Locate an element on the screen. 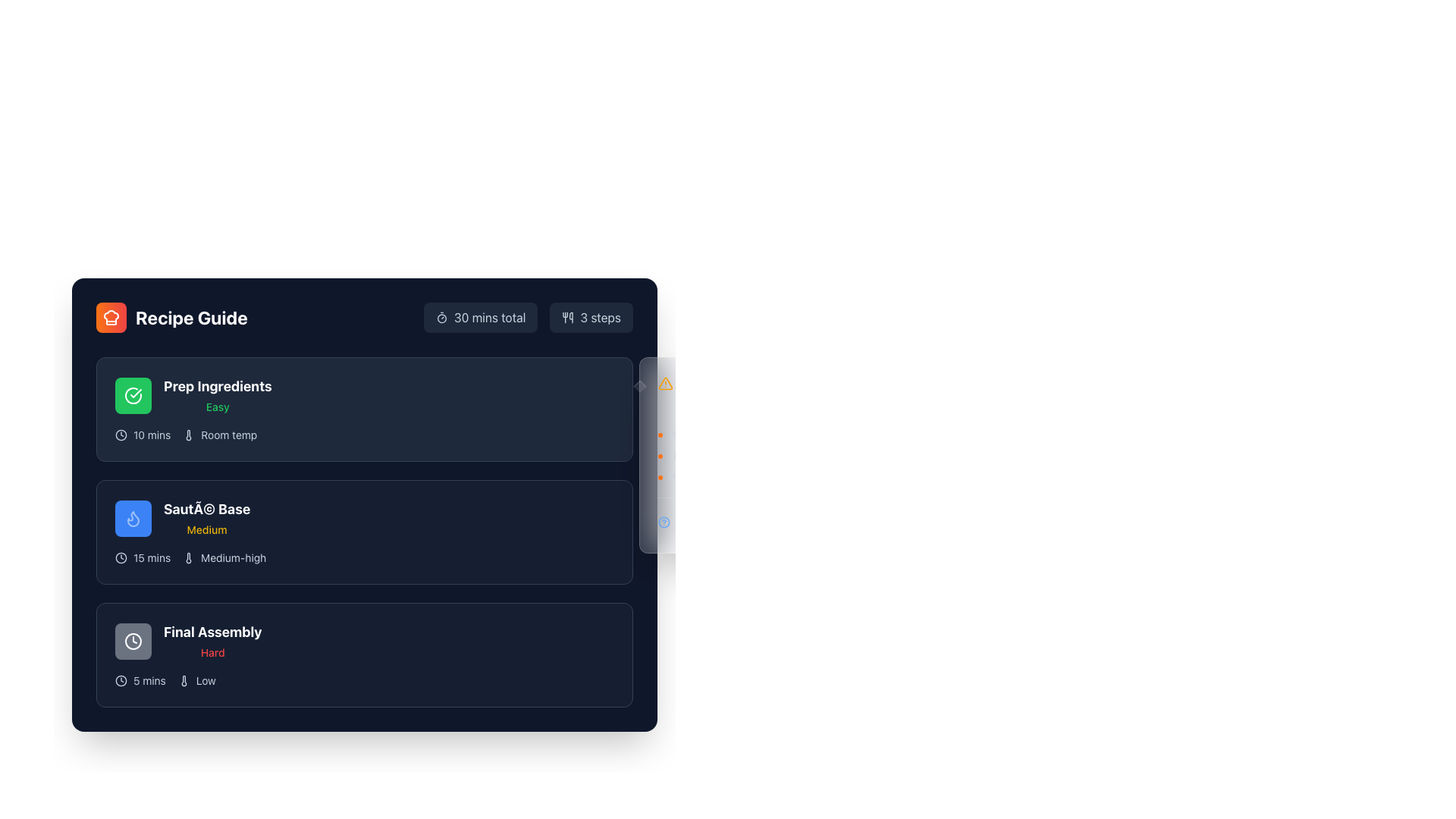 The width and height of the screenshot is (1456, 819). the label indicating the preparation time for the recipe step, located in the 'Prep Ingredients' section, to the right of the clock icon and above the 'Room temp' descriptor is located at coordinates (152, 435).